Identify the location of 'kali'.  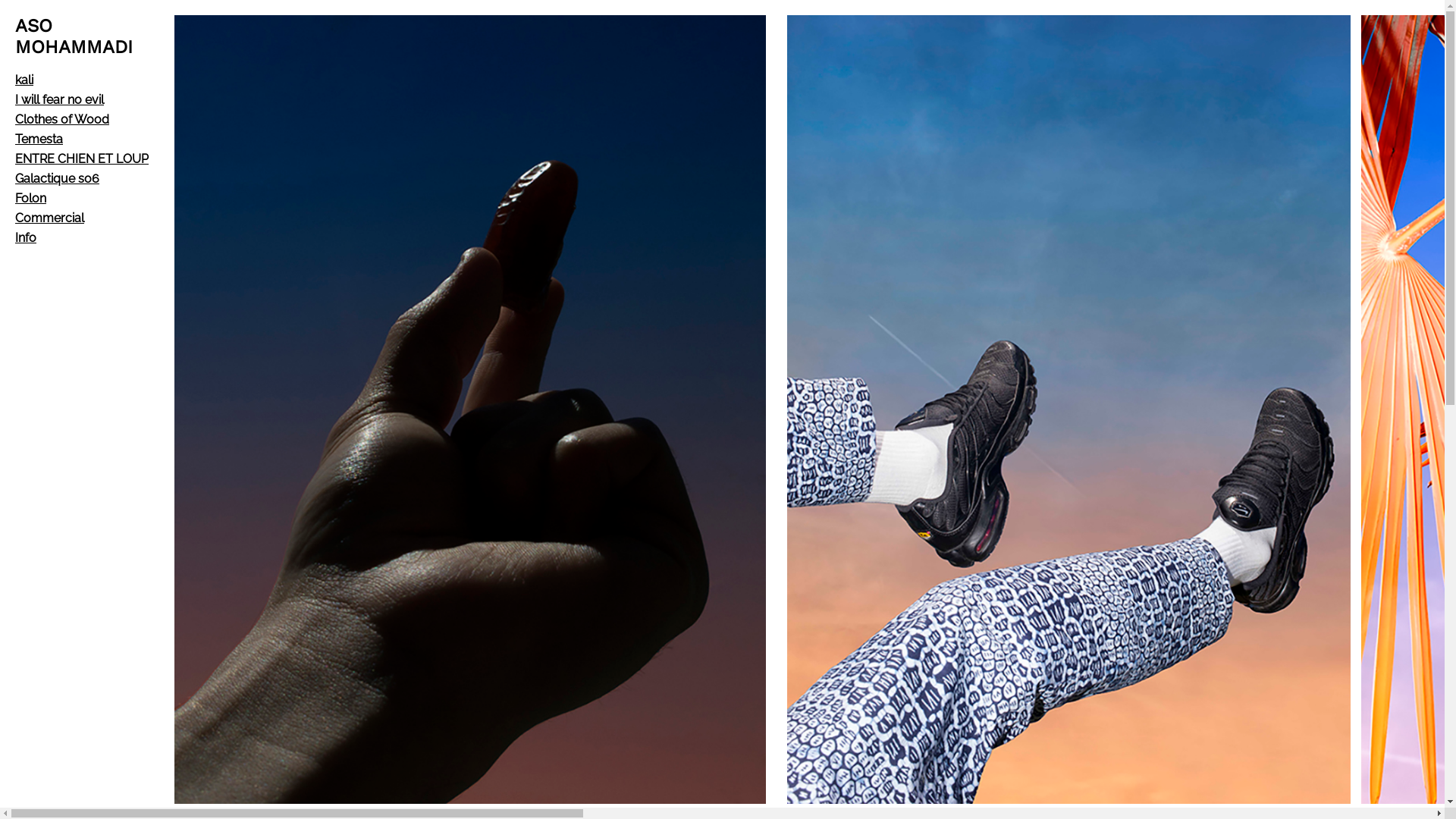
(24, 80).